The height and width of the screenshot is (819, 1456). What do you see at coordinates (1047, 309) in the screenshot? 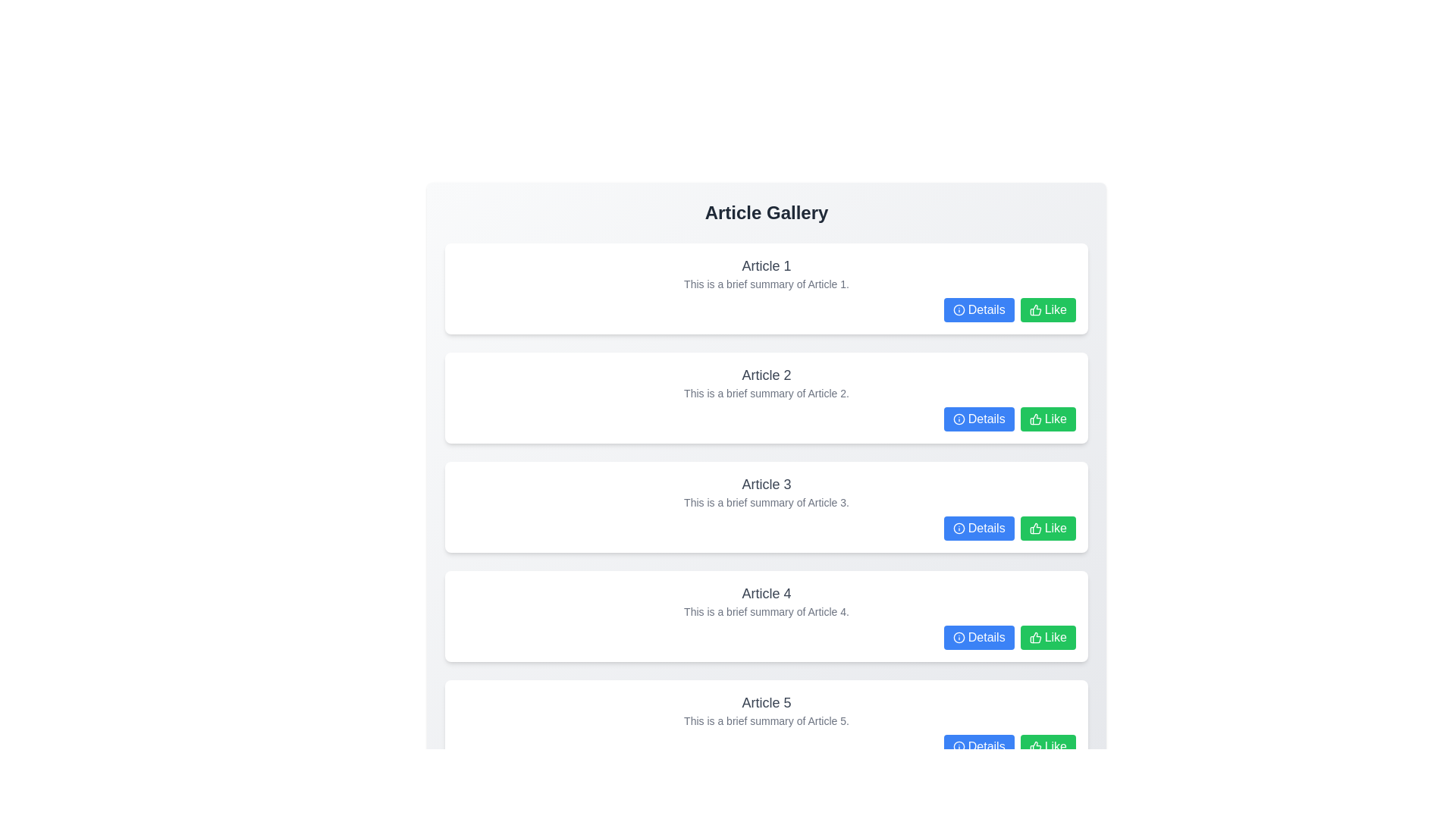
I see `the green 'Like' button featuring a 'thumbs-up' icon, located in the 'Article 1' row` at bounding box center [1047, 309].